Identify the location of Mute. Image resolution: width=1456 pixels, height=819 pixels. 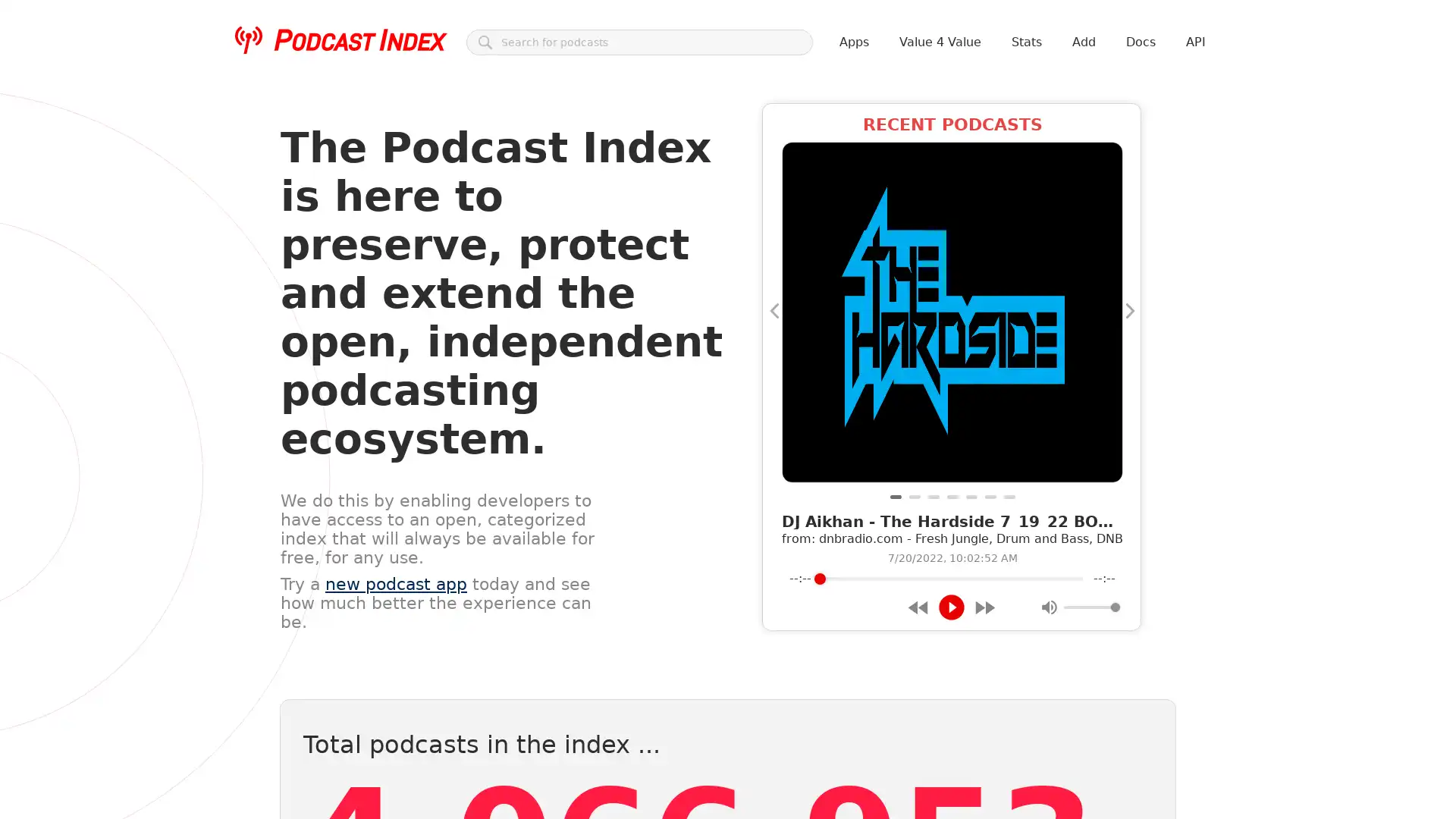
(1048, 607).